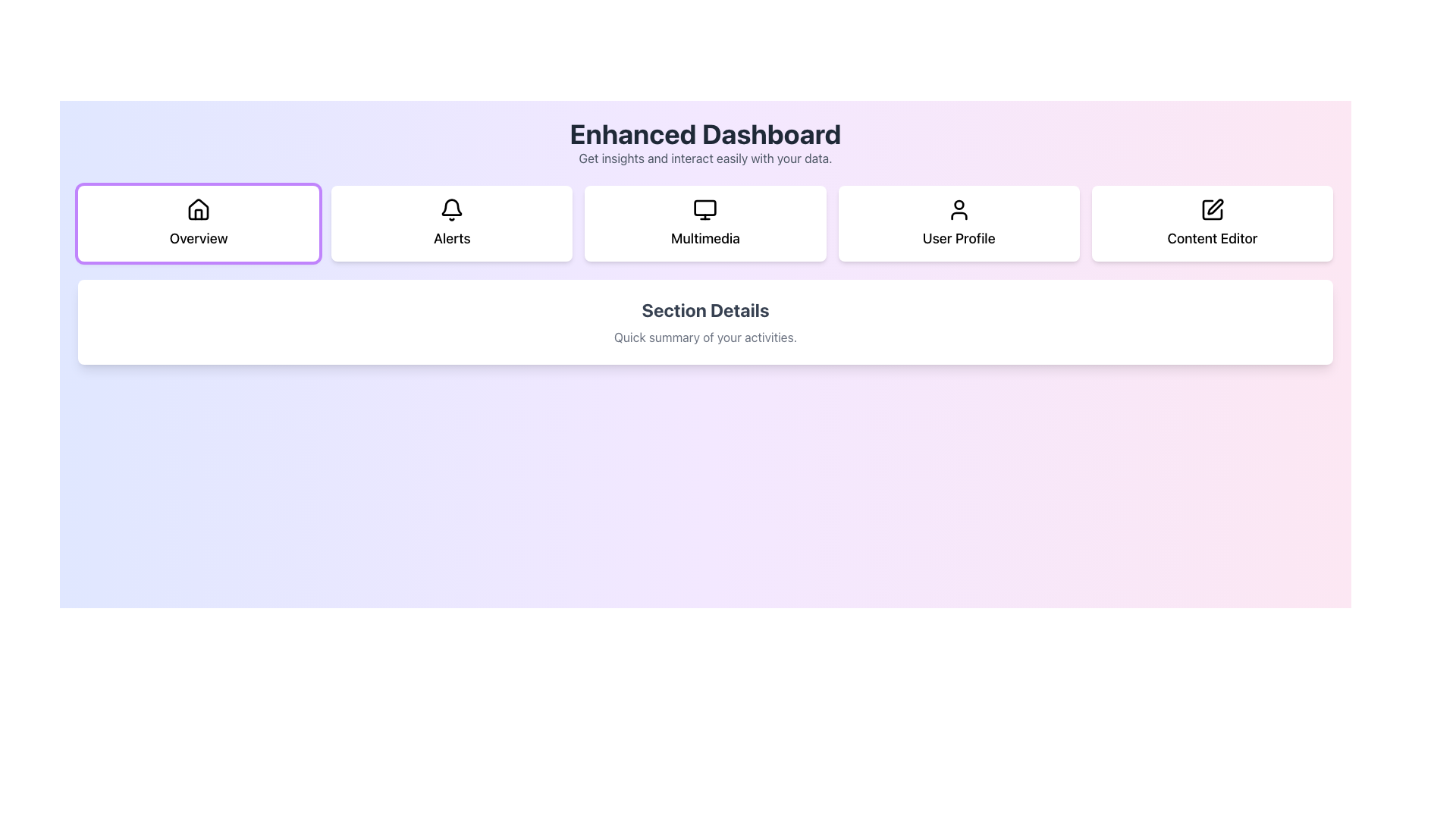  What do you see at coordinates (451, 223) in the screenshot?
I see `the 'Alerts' button, which features a white background, rounded corners, and a black bell icon above the text` at bounding box center [451, 223].